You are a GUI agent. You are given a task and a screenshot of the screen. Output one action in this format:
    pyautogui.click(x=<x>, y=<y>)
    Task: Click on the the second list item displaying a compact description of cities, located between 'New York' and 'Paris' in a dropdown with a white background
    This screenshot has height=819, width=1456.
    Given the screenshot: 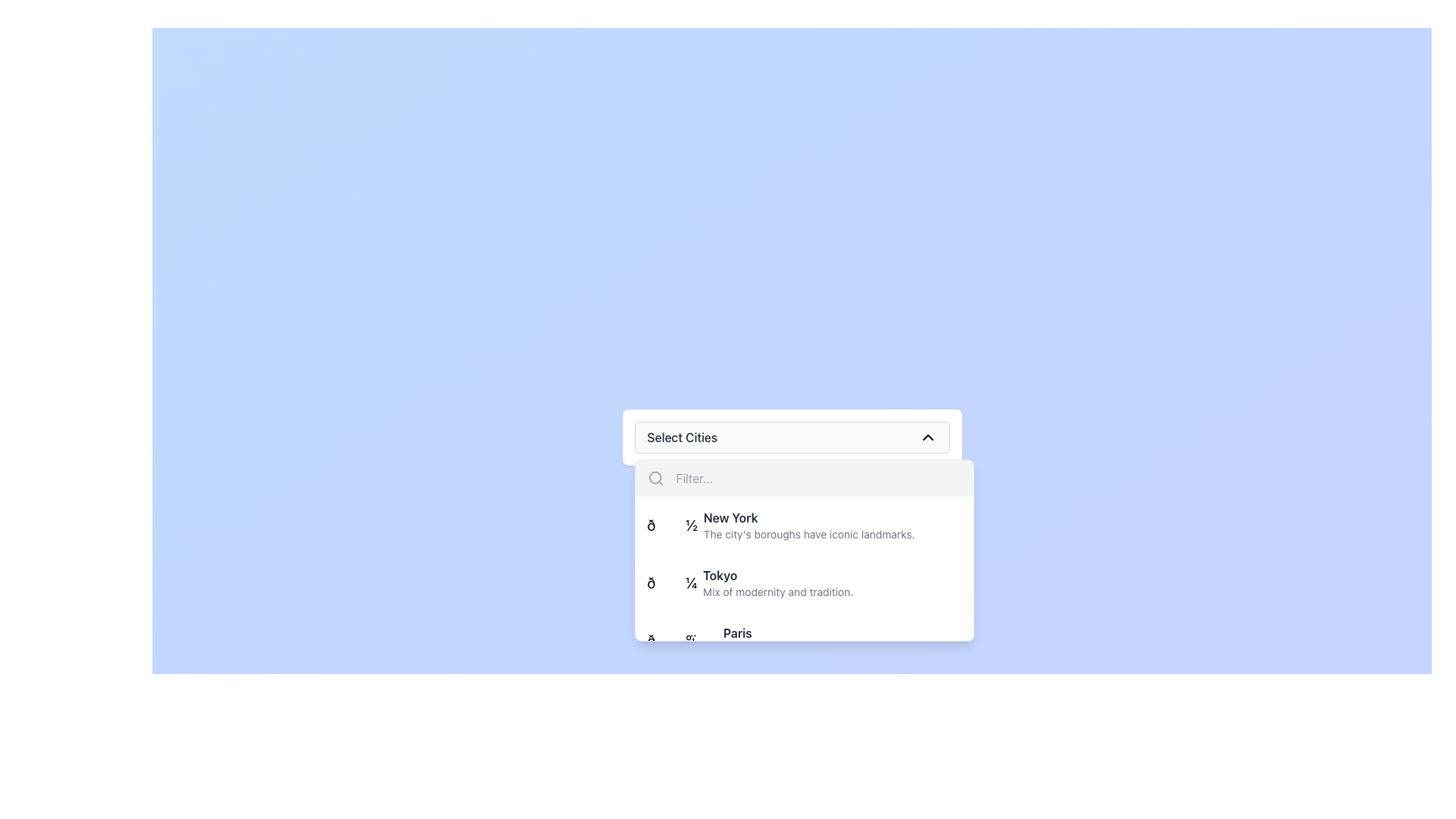 What is the action you would take?
    pyautogui.click(x=803, y=610)
    